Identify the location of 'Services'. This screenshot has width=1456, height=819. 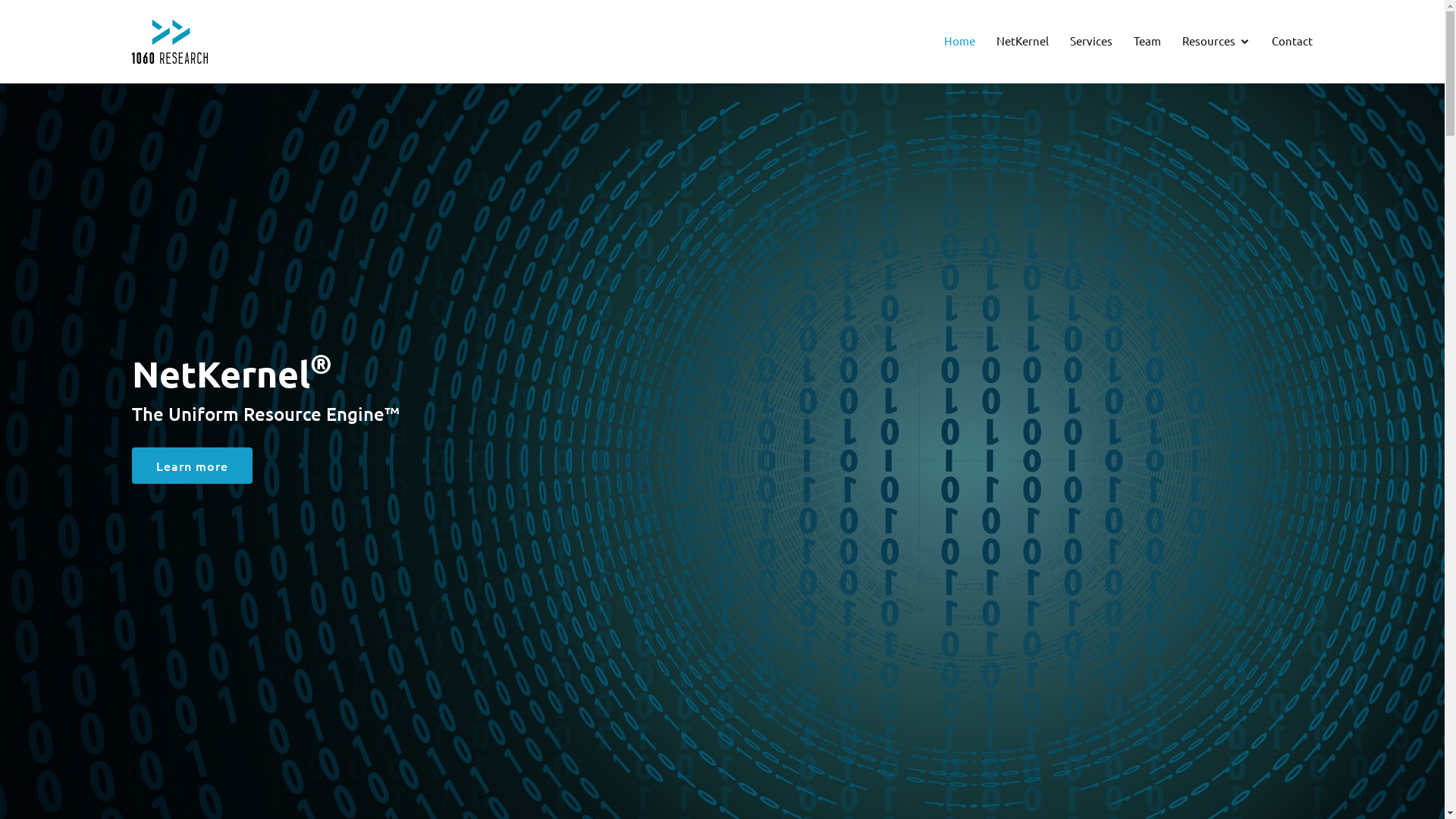
(1090, 40).